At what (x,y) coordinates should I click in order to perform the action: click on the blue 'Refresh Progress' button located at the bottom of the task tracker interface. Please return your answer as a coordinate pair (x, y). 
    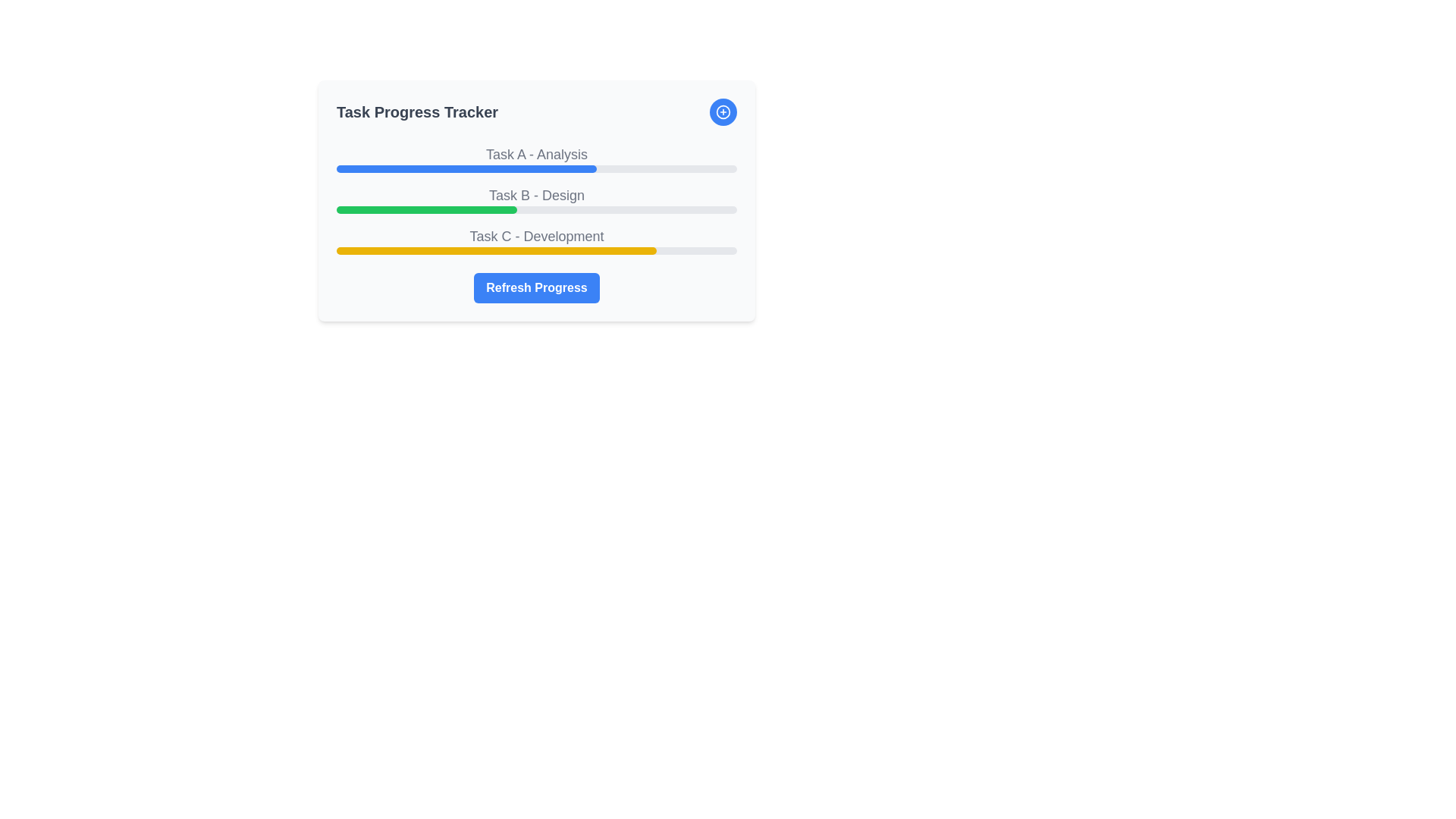
    Looking at the image, I should click on (537, 288).